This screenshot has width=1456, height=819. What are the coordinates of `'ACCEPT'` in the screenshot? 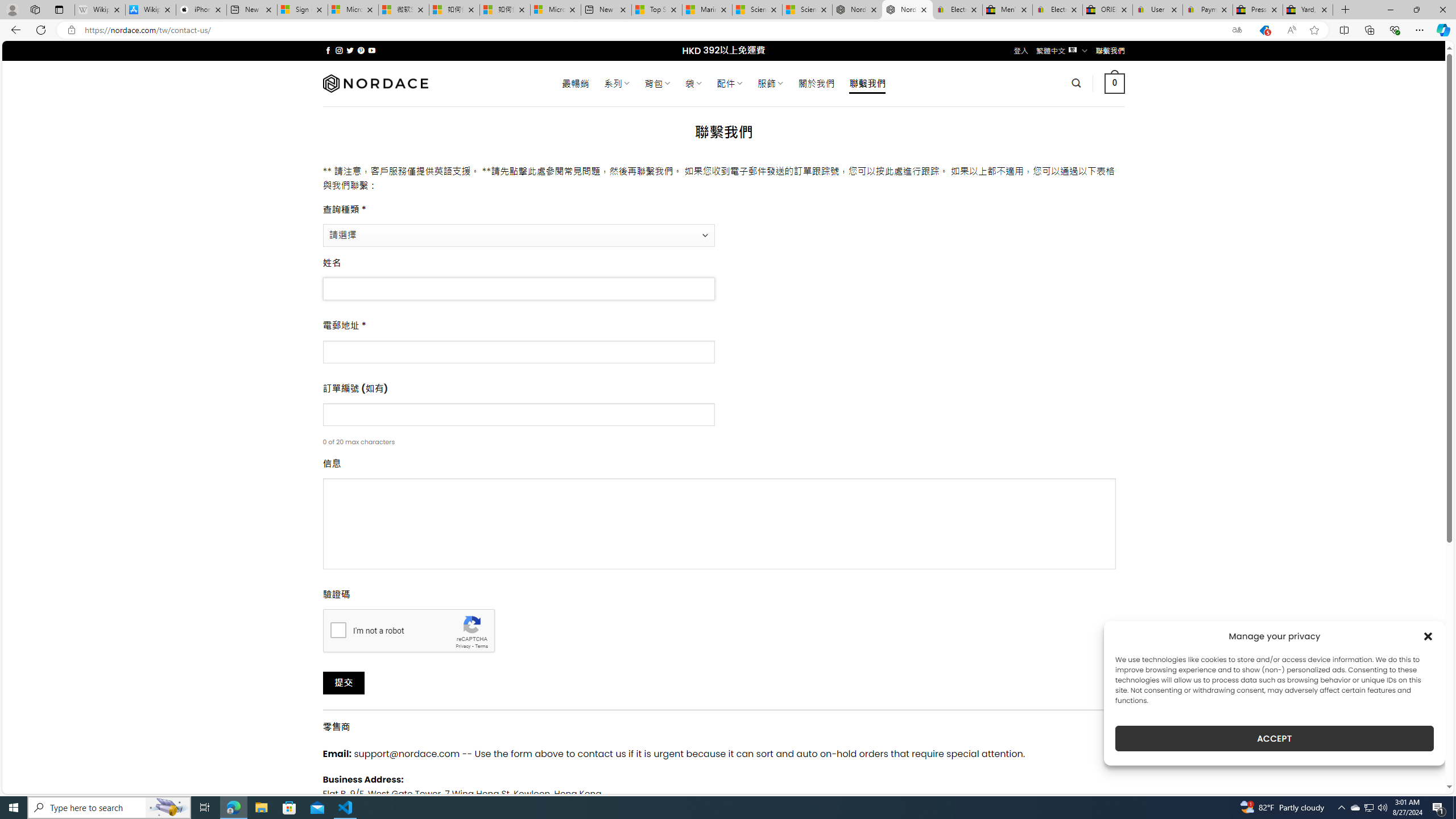 It's located at (1275, 738).